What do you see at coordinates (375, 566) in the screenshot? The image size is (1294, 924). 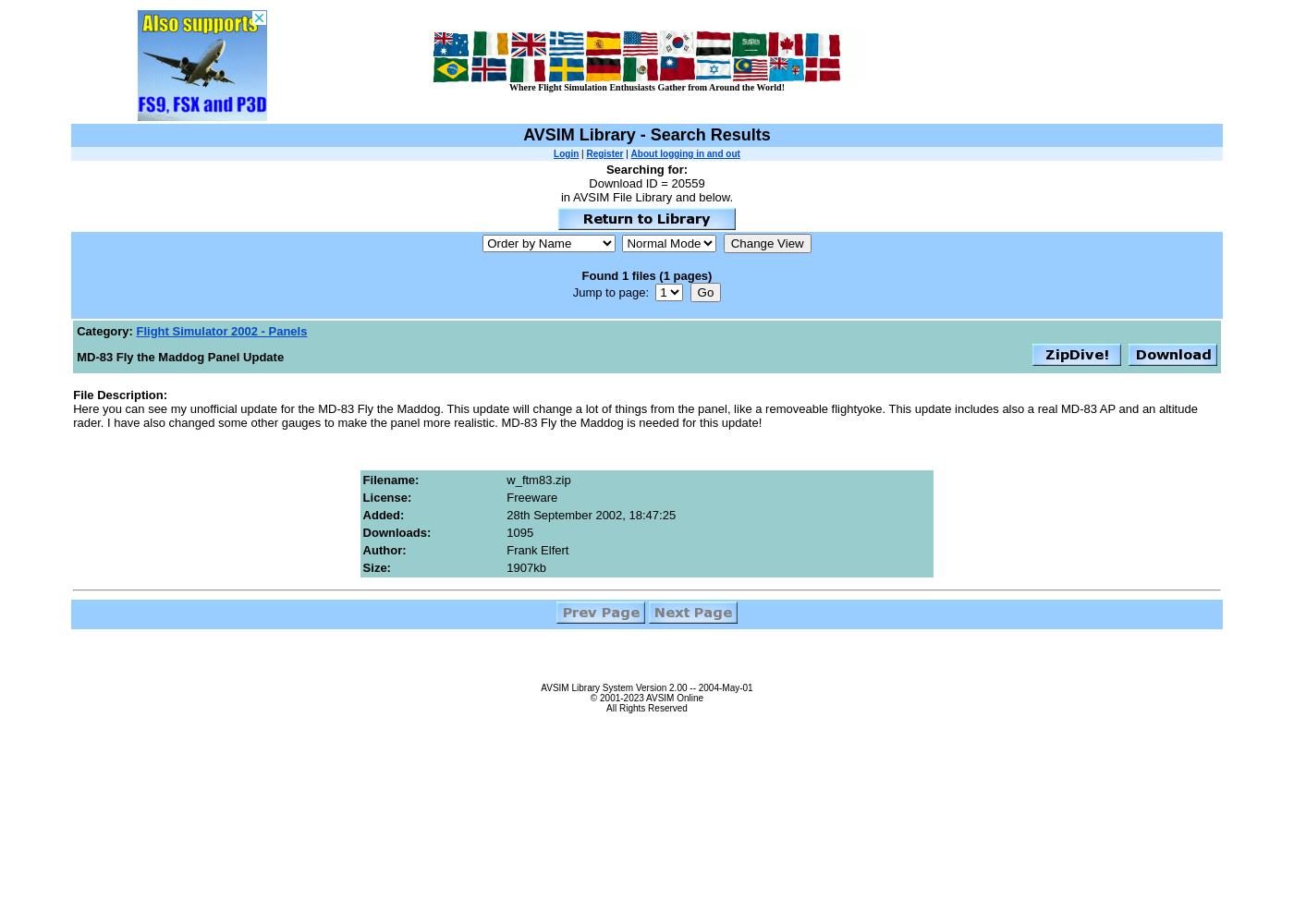 I see `'Size:'` at bounding box center [375, 566].